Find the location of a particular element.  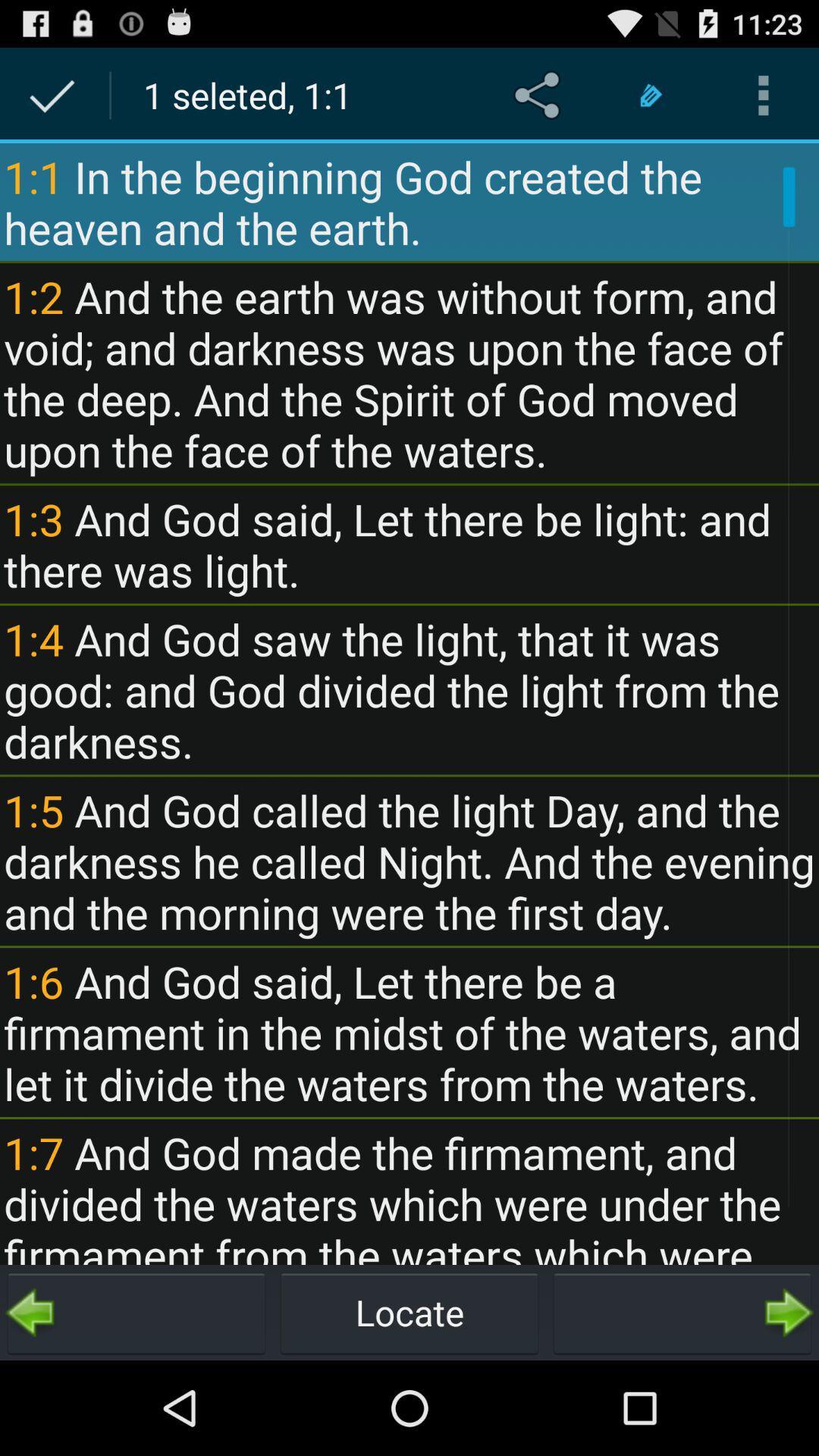

button to the right of locate item is located at coordinates (681, 1312).